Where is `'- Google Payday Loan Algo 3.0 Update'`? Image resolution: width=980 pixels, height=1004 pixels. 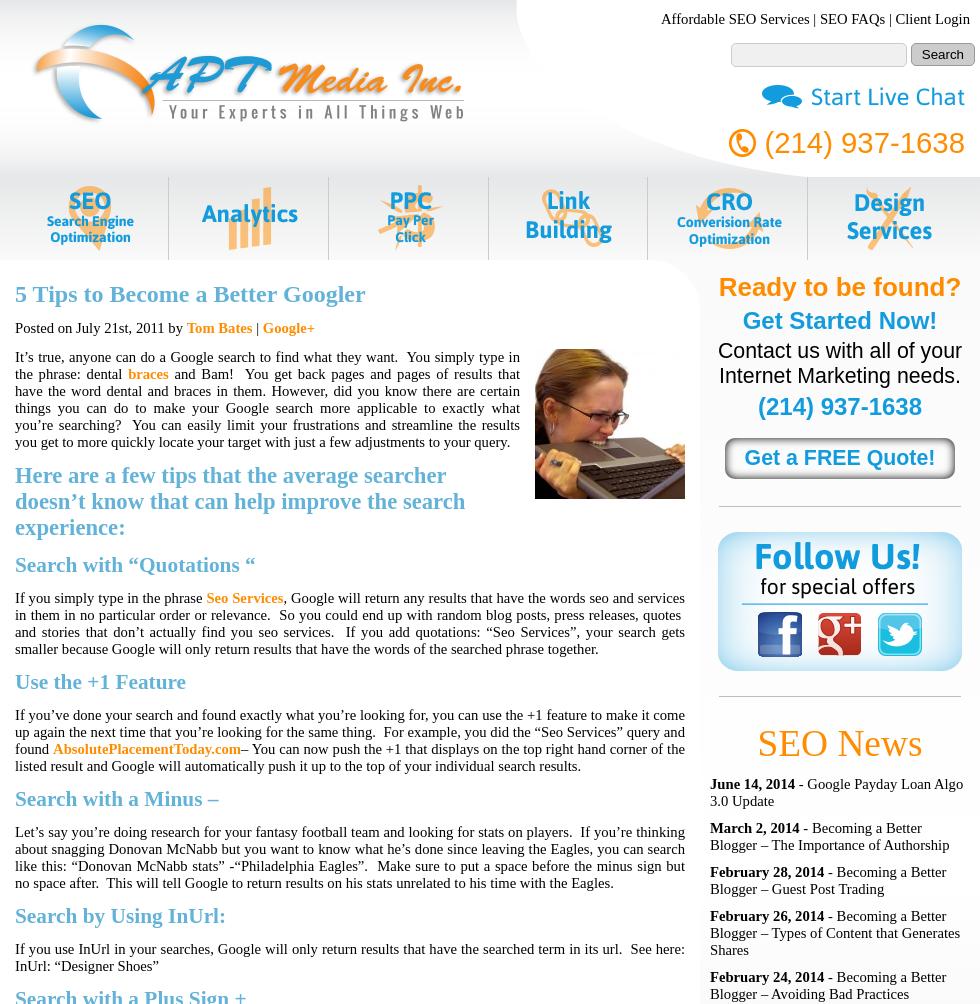 '- Google Payday Loan Algo 3.0 Update' is located at coordinates (710, 792).